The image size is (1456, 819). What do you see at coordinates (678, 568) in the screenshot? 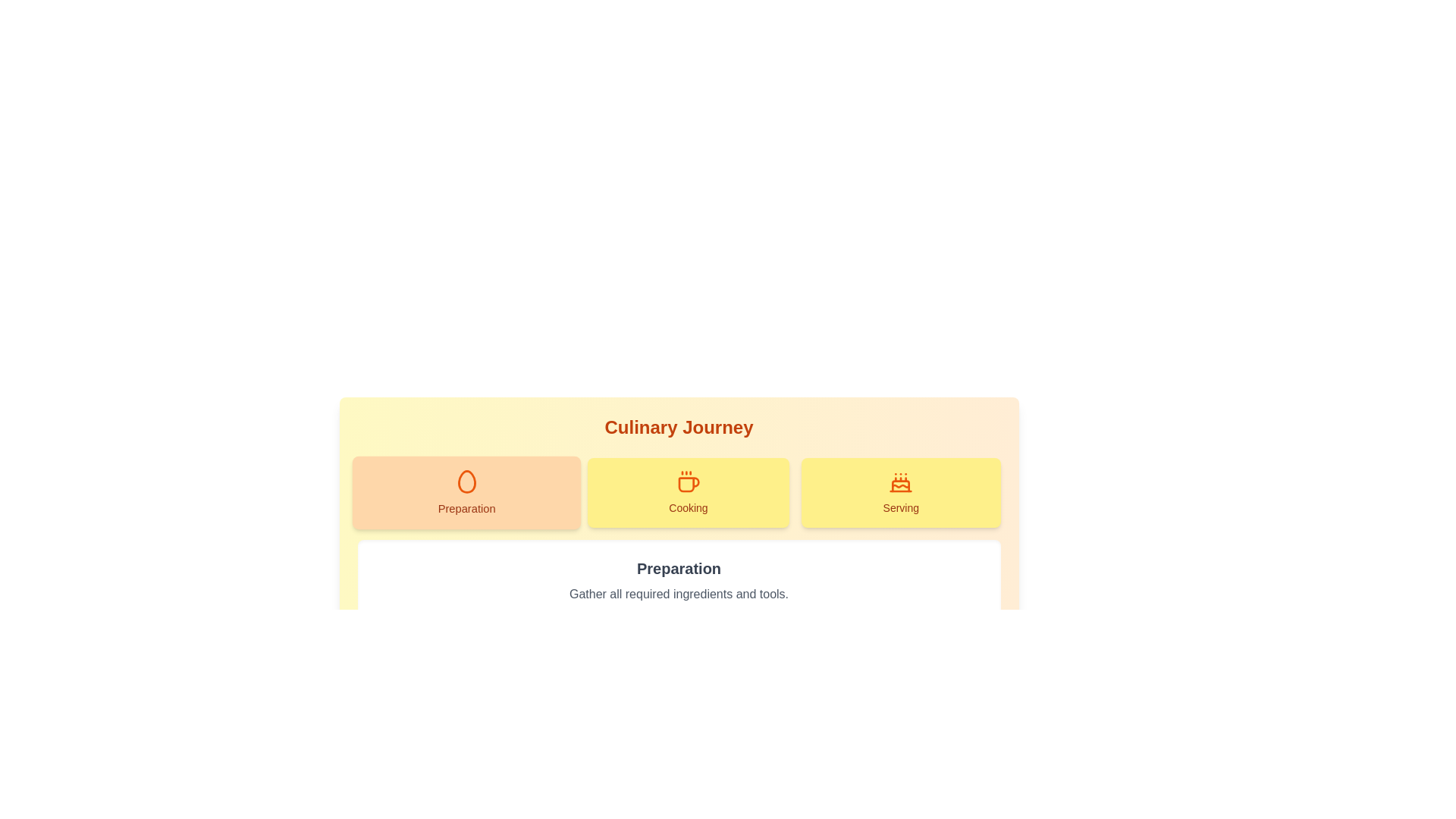
I see `the 'Preparation' text label, which is displayed in a bold, large-sized dark gray font centered within a white box with rounded corners` at bounding box center [678, 568].